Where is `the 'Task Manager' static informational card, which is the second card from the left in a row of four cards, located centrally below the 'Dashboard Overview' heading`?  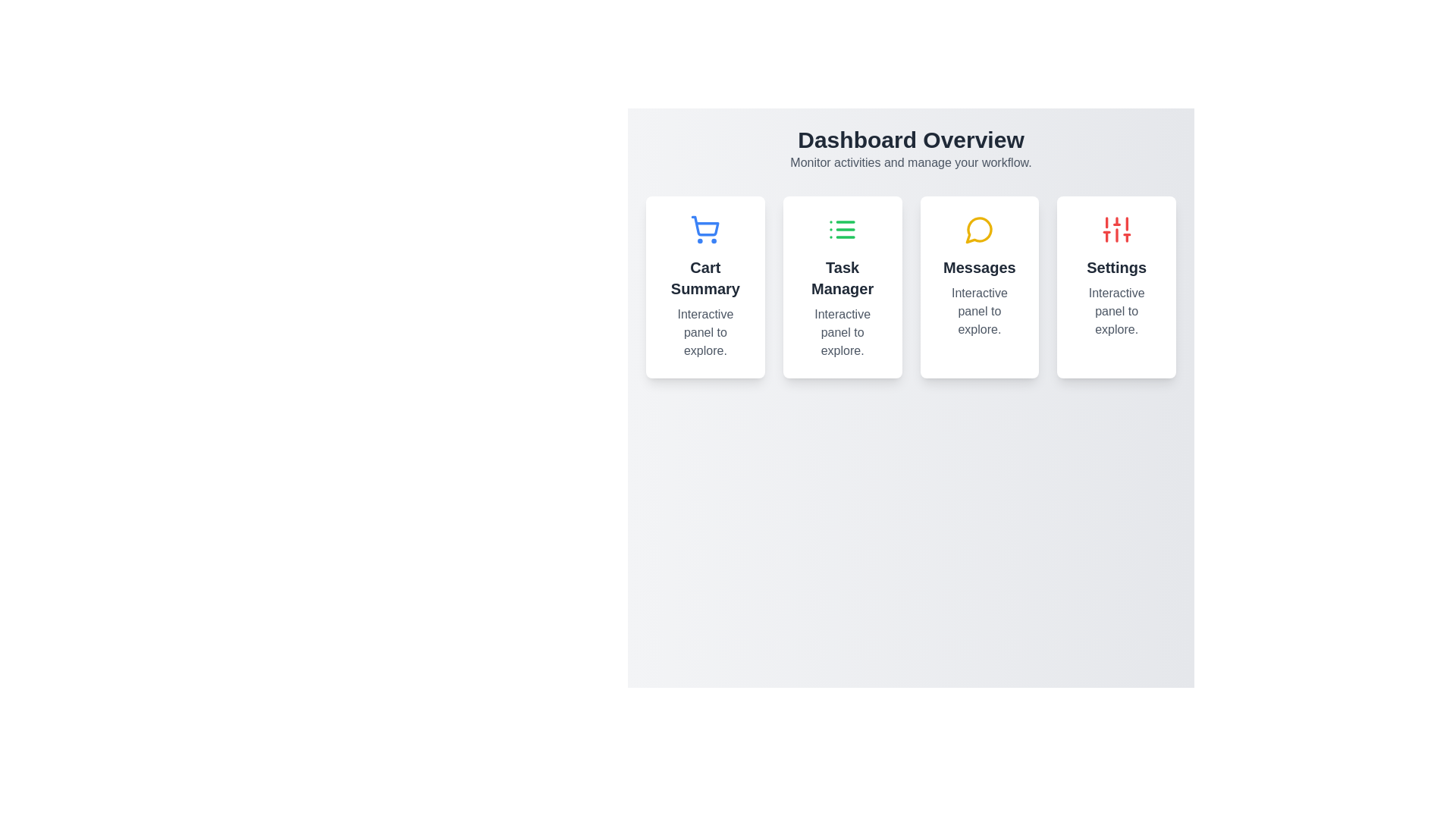 the 'Task Manager' static informational card, which is the second card from the left in a row of four cards, located centrally below the 'Dashboard Overview' heading is located at coordinates (842, 287).